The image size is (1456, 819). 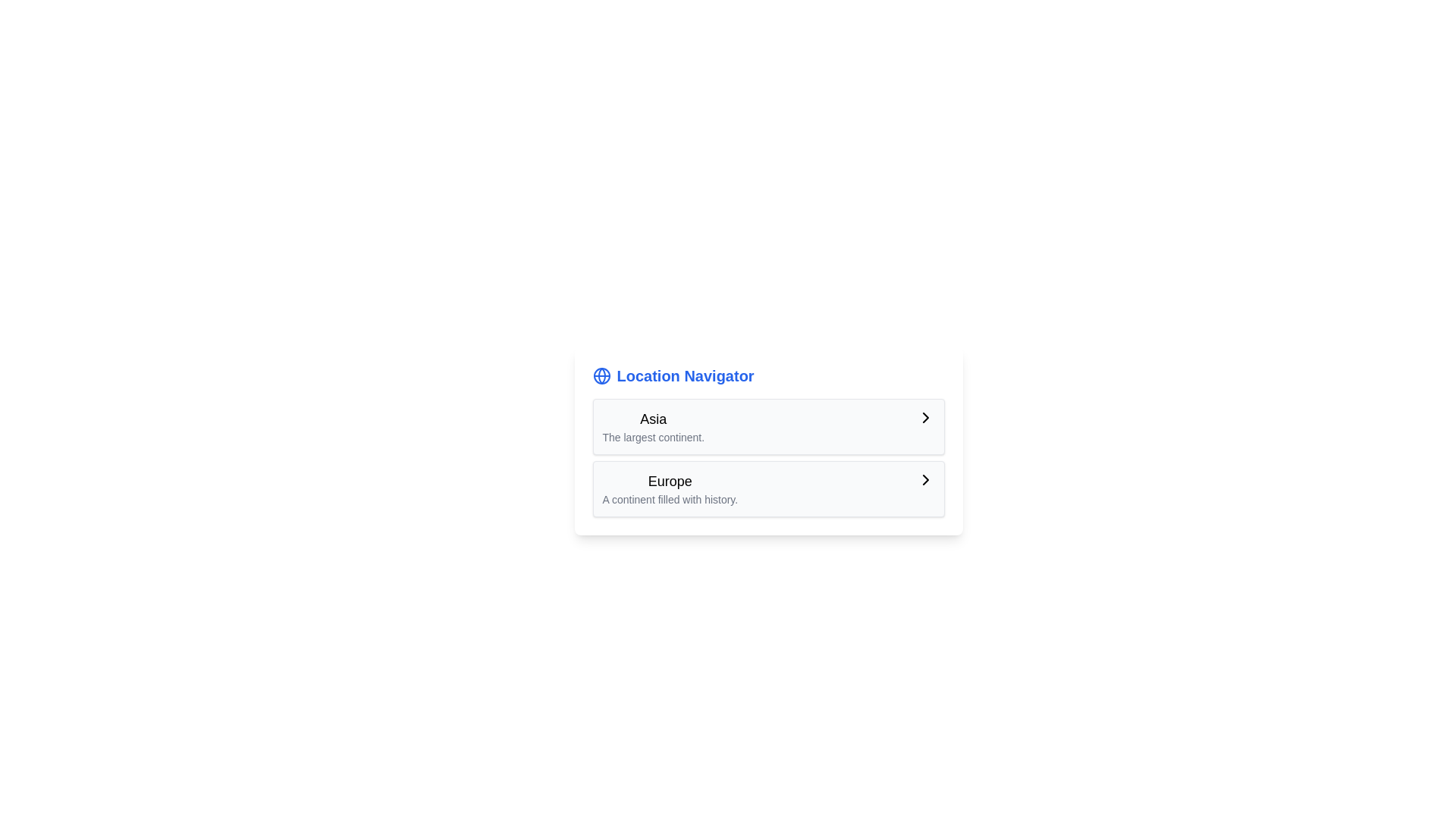 I want to click on the rightward-pointing chevron arrow icon located beside the text 'Europe' in the 'Location Navigator' panel, so click(x=924, y=479).